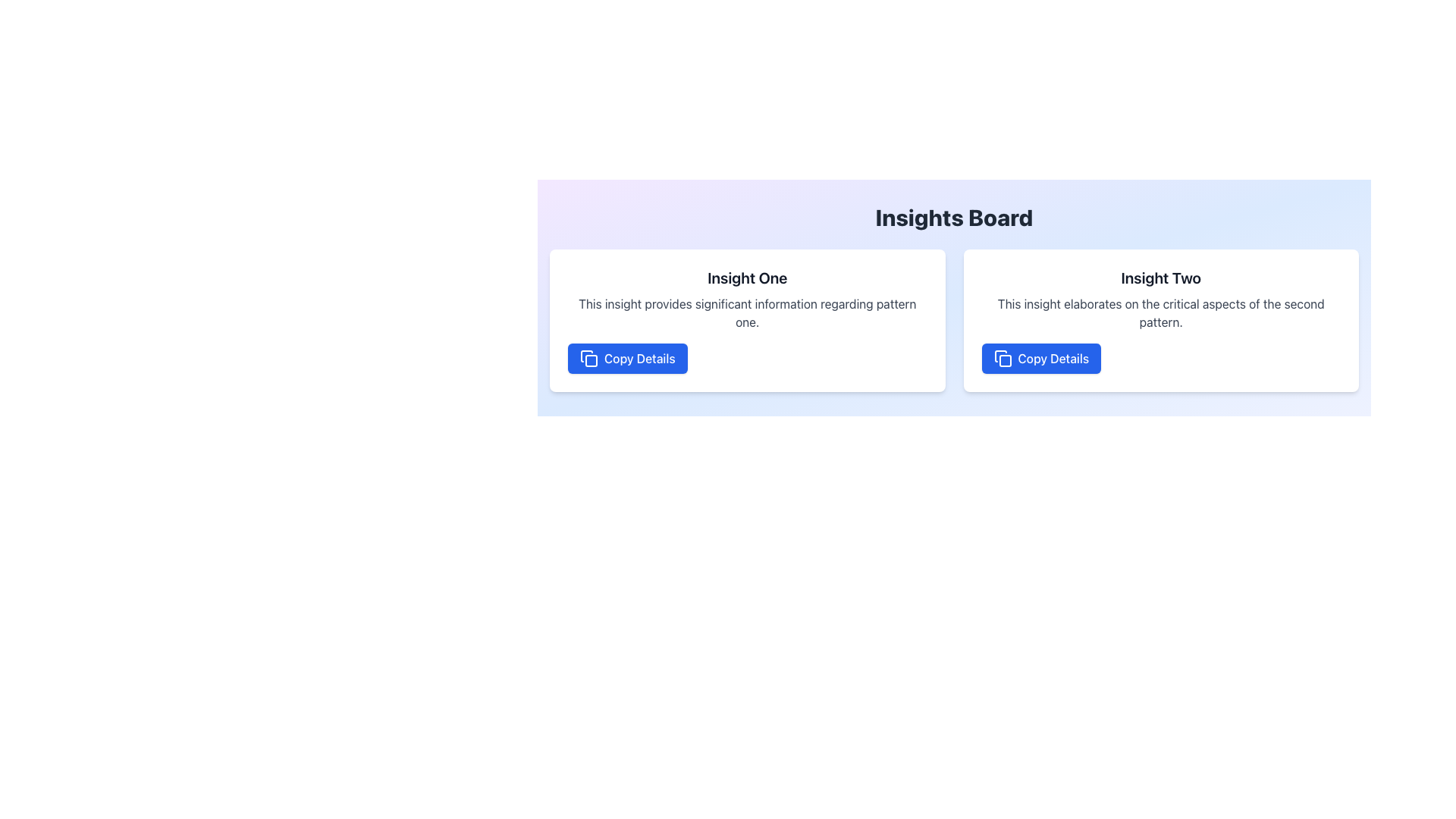 The image size is (1456, 819). I want to click on the 'Copy Details' button associated with the 'Insight Two' section, so click(1000, 356).